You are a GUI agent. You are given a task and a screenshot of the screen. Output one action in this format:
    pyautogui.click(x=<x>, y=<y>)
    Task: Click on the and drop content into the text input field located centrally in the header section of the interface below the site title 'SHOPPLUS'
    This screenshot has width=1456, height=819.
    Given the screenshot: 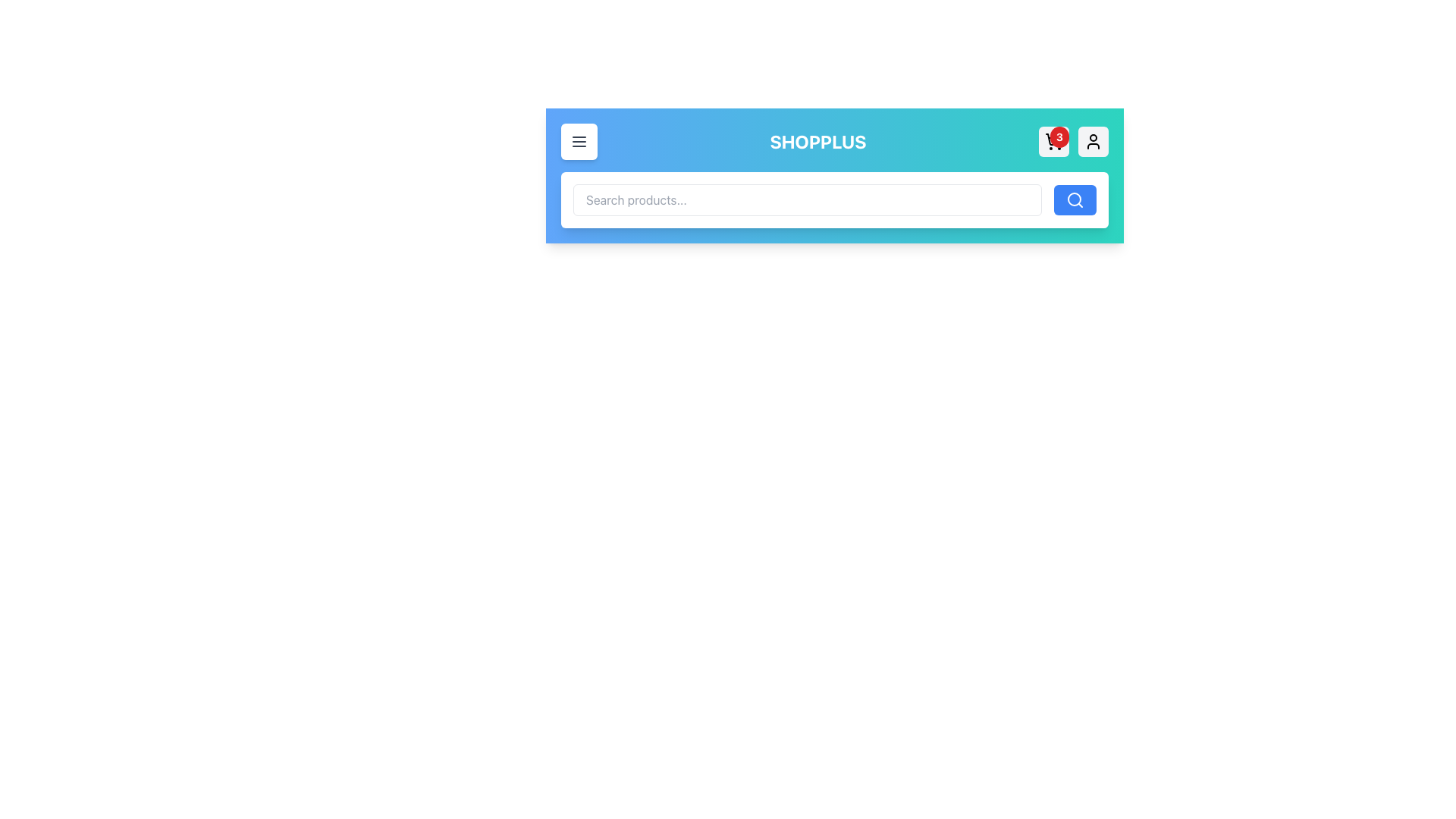 What is the action you would take?
    pyautogui.click(x=807, y=199)
    